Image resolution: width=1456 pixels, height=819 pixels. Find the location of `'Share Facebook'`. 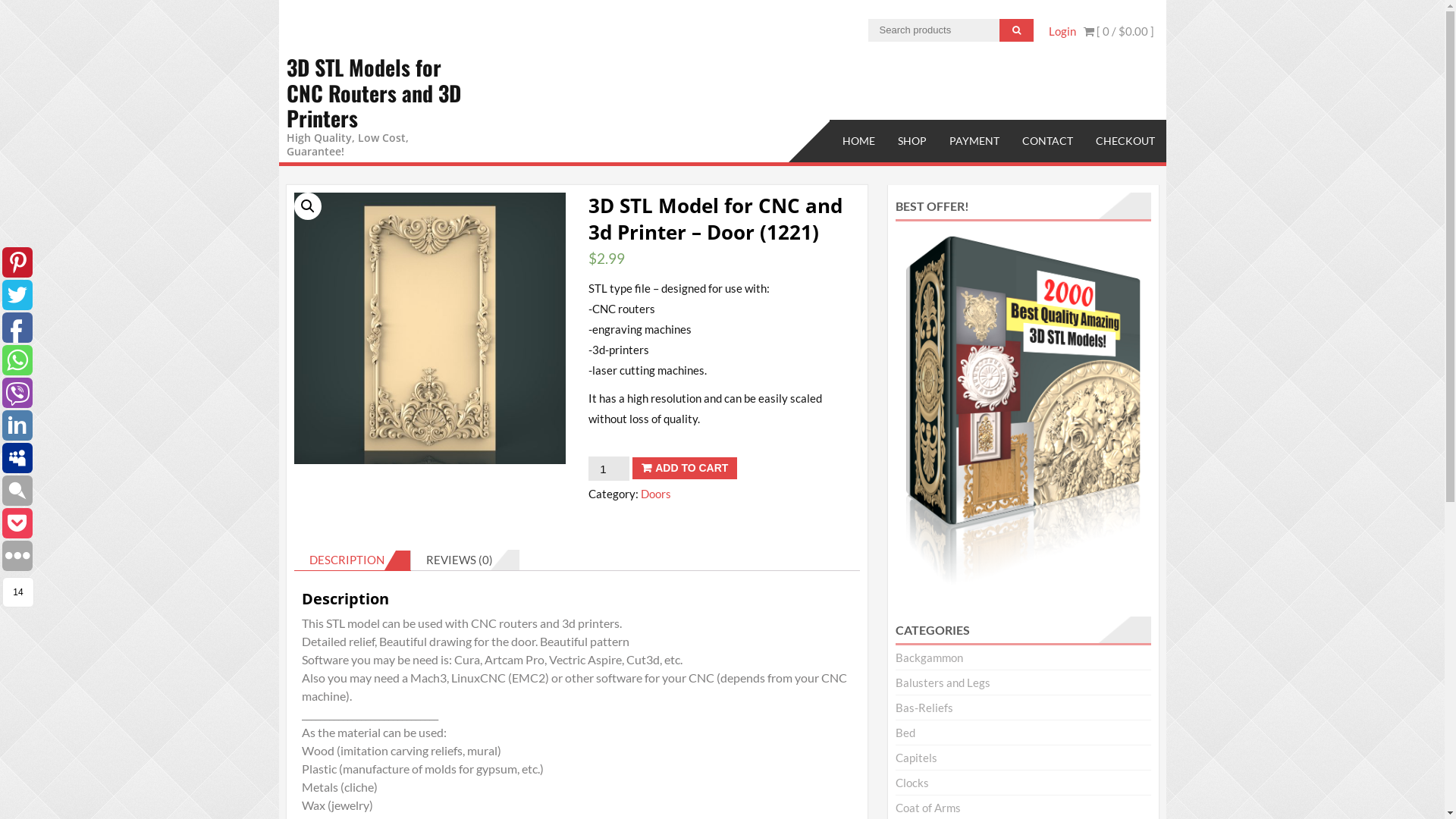

'Share Facebook' is located at coordinates (17, 327).